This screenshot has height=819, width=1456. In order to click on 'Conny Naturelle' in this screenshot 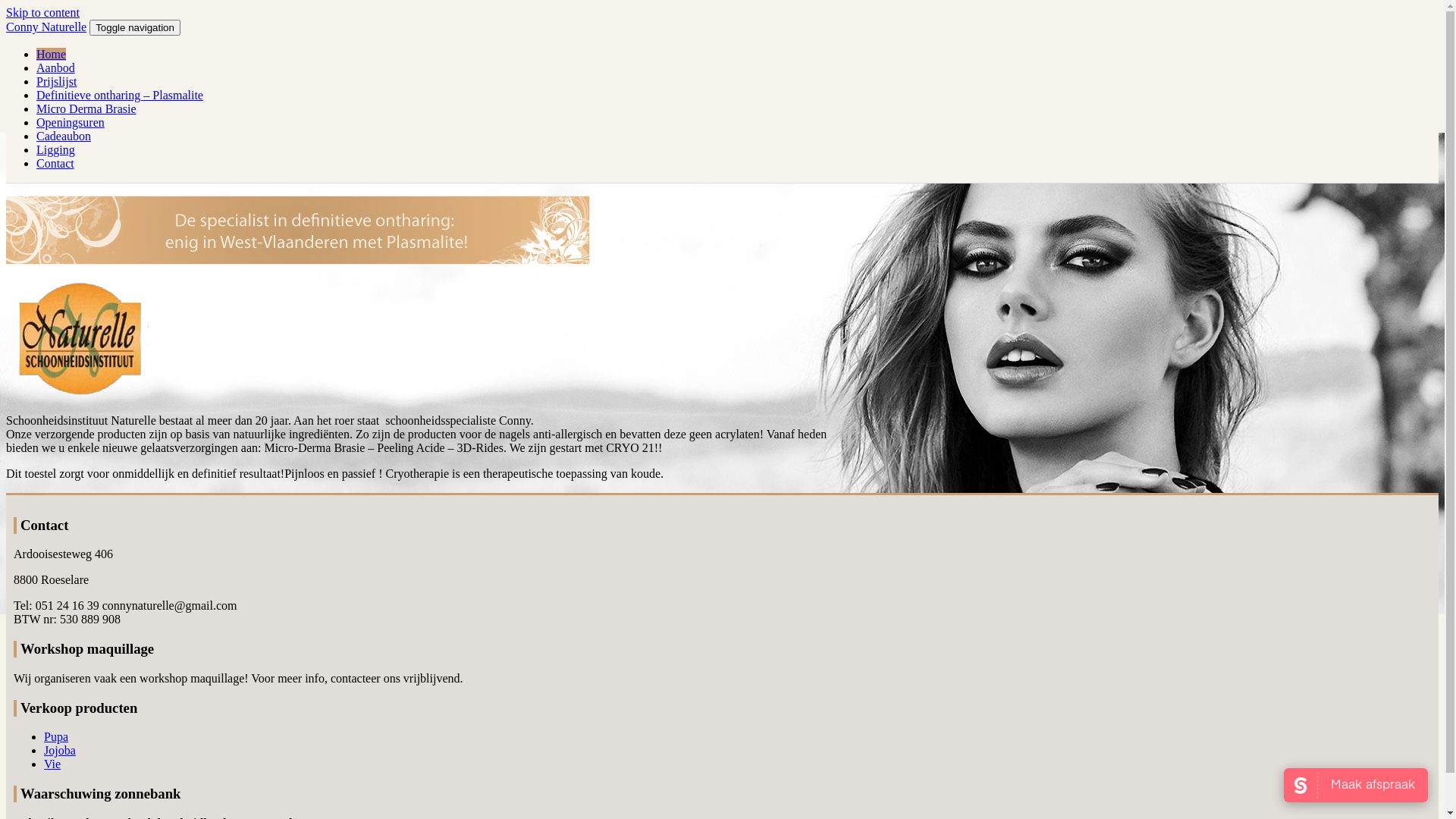, I will do `click(46, 27)`.